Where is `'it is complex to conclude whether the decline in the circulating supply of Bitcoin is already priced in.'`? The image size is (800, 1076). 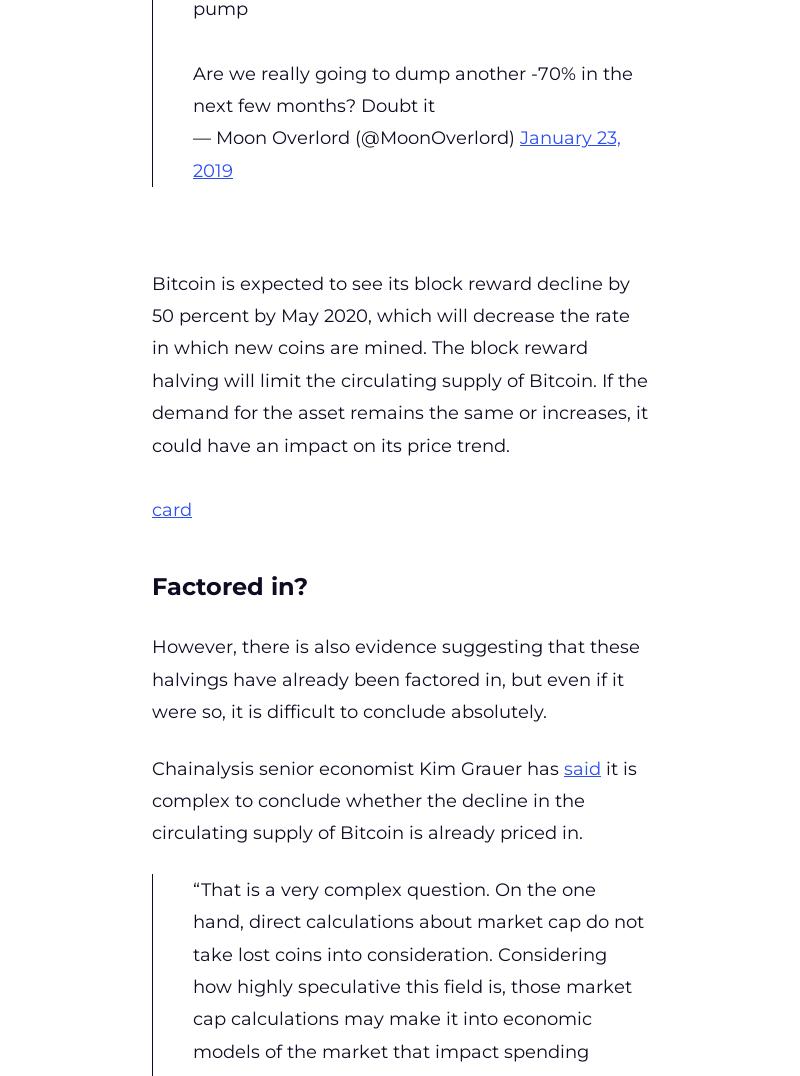
'it is complex to conclude whether the decline in the circulating supply of Bitcoin is already priced in.' is located at coordinates (393, 800).